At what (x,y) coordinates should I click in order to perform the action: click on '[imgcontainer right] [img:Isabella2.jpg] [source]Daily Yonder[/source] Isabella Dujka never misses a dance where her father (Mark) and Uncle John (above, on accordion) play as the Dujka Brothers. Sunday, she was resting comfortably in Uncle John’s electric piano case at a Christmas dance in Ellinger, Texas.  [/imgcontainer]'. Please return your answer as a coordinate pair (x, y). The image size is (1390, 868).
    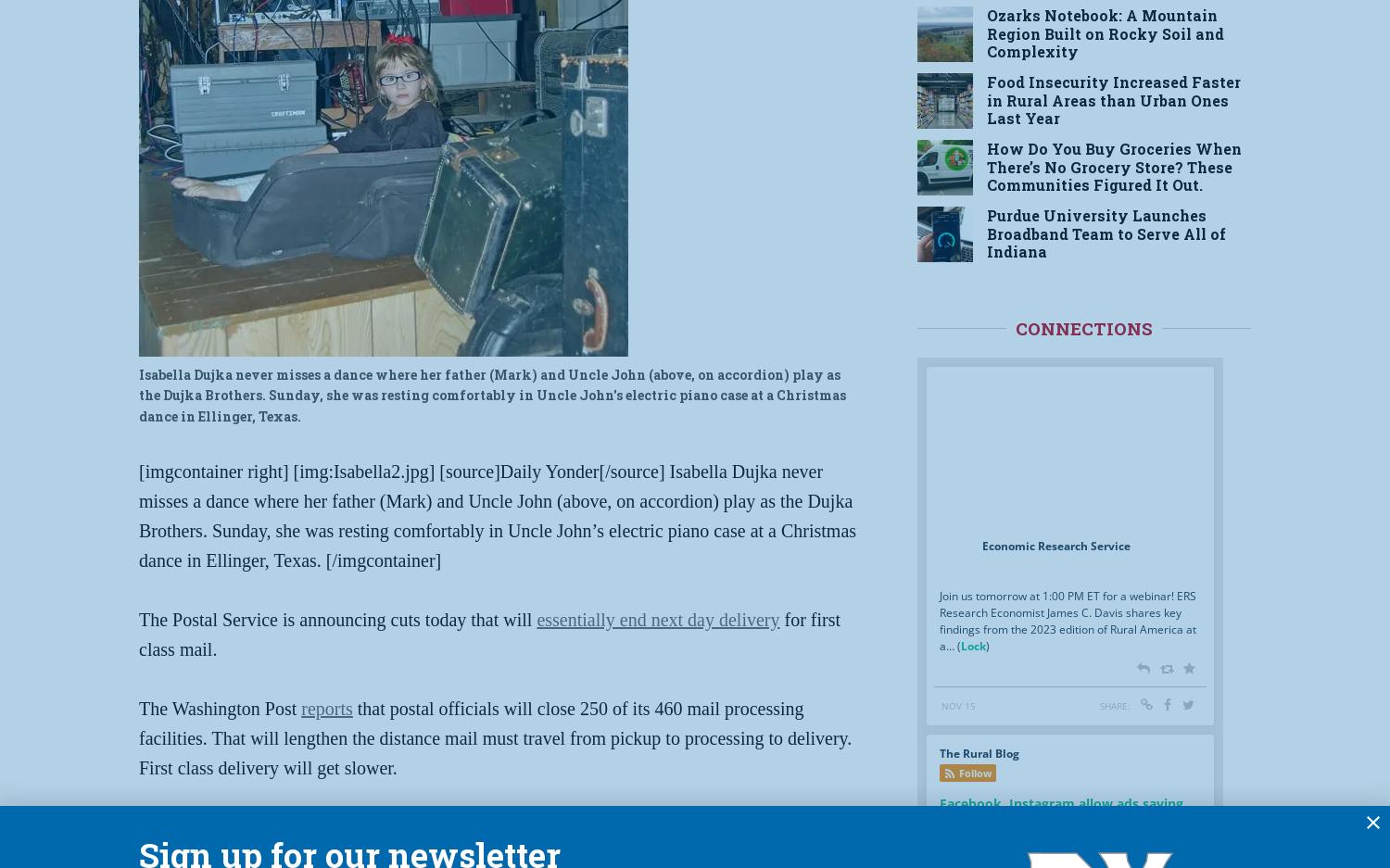
    Looking at the image, I should click on (498, 515).